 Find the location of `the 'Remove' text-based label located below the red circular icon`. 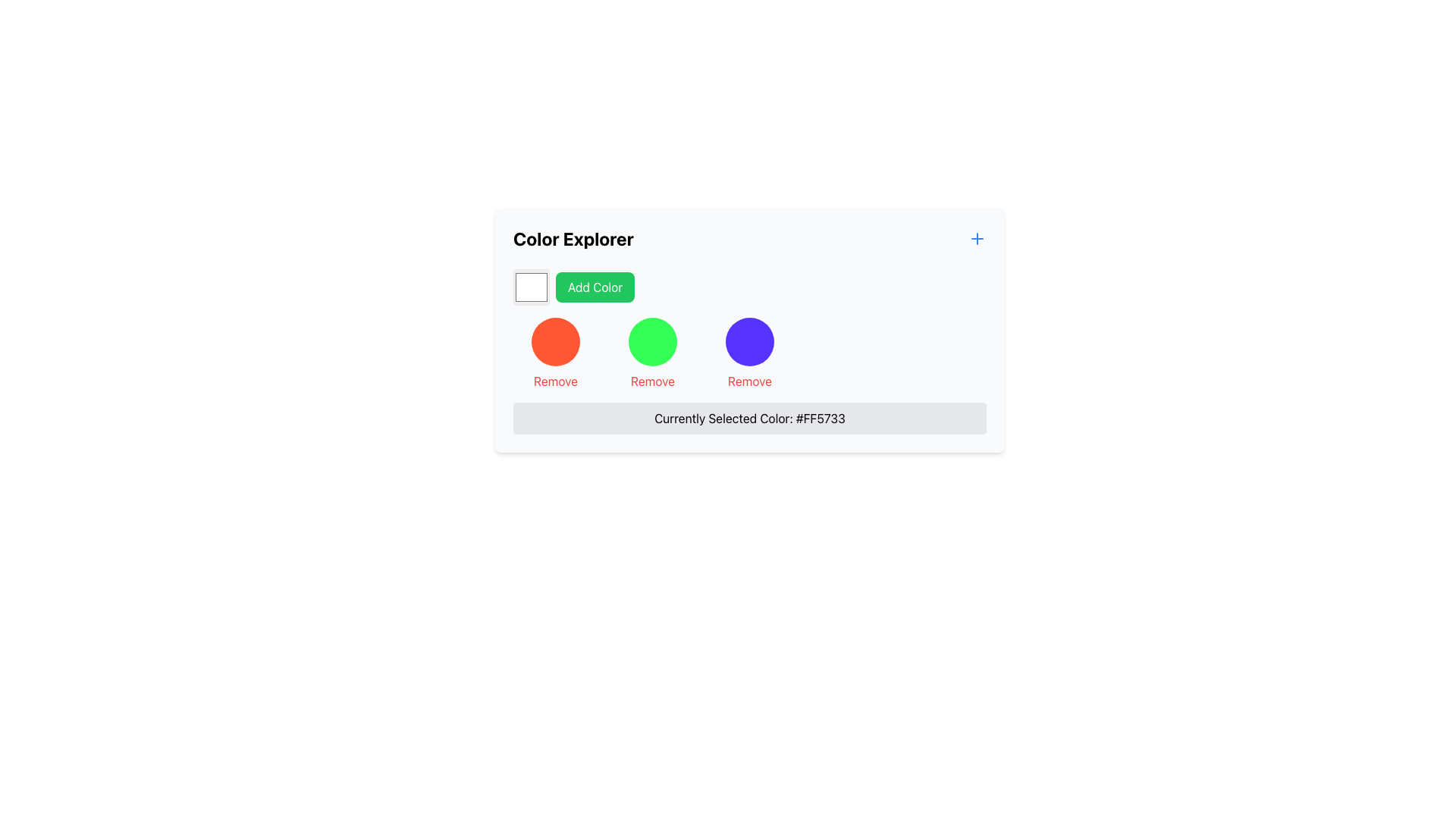

the 'Remove' text-based label located below the red circular icon is located at coordinates (555, 380).